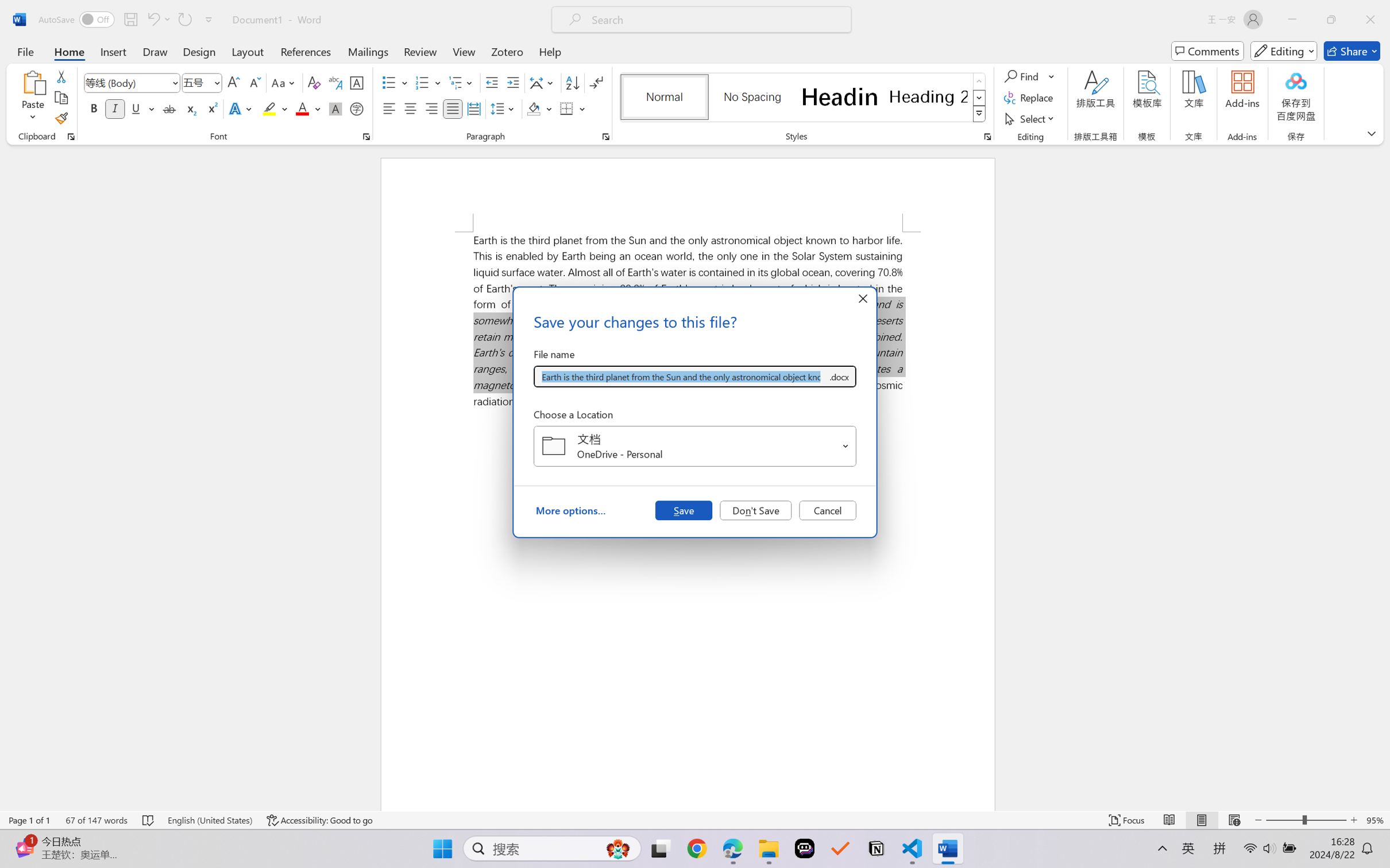  I want to click on 'Copy', so click(60, 98).